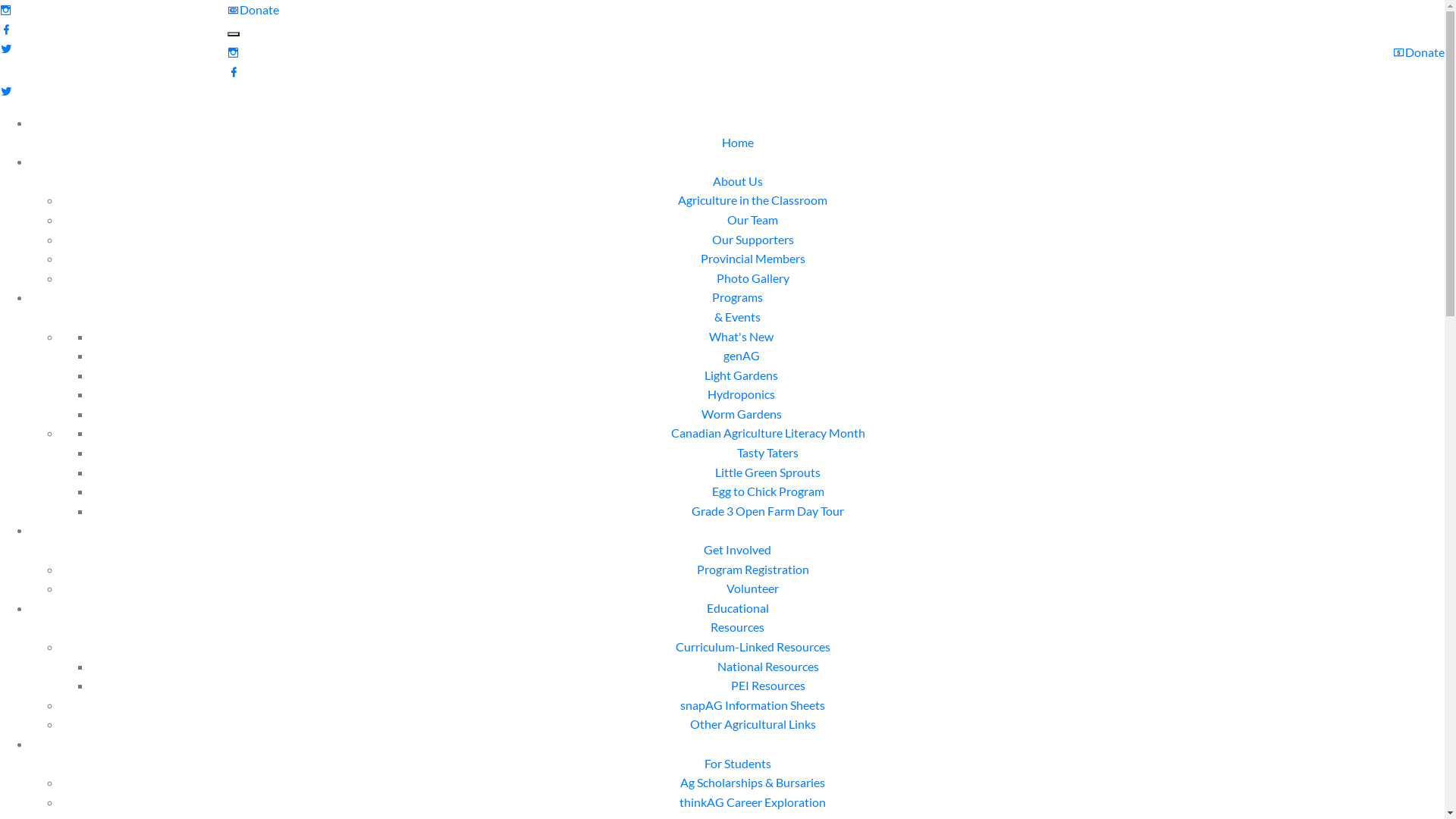  I want to click on 'Grade 3 Open Farm Day Tour', so click(767, 510).